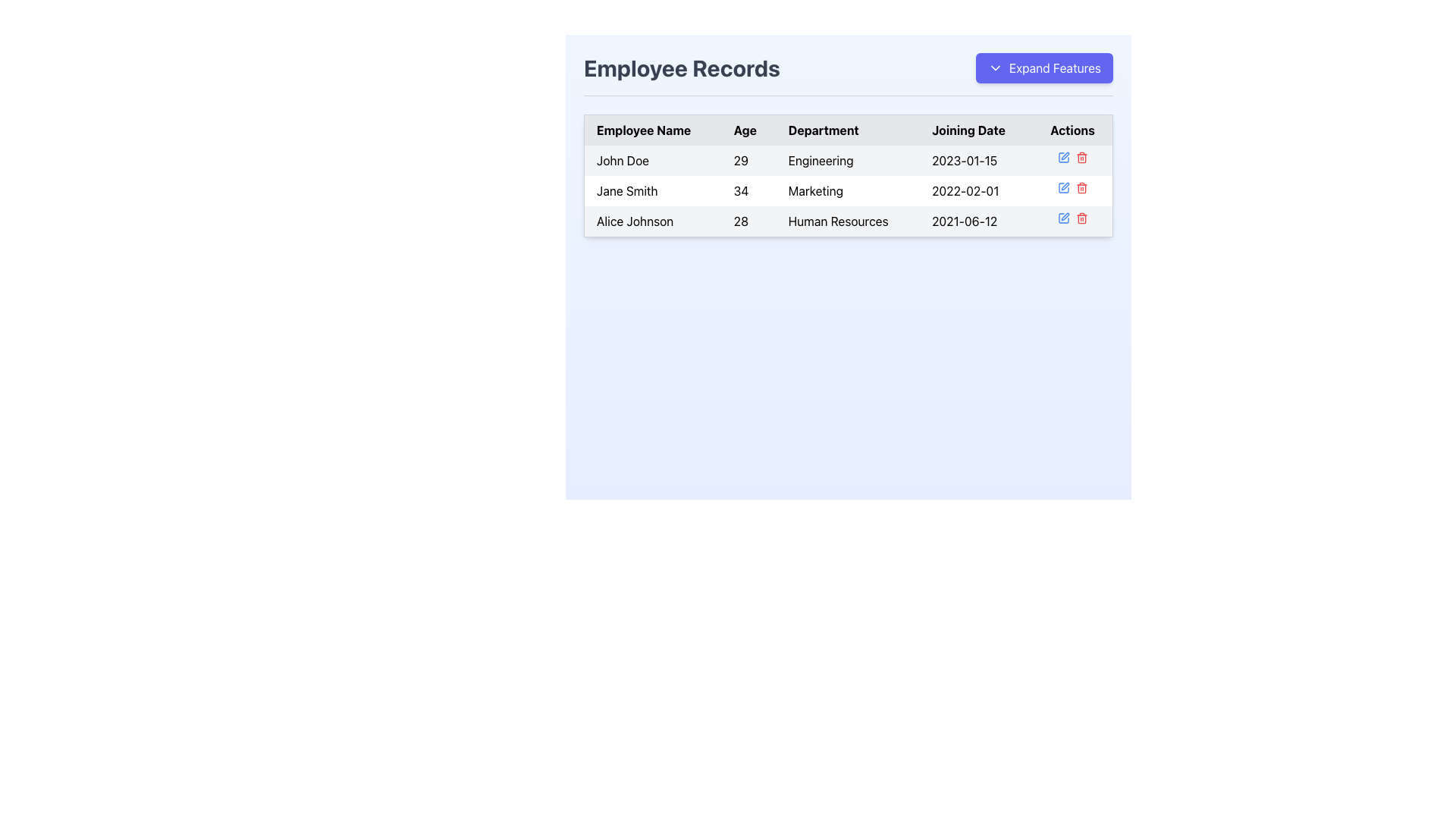 Image resolution: width=1456 pixels, height=819 pixels. Describe the element at coordinates (1081, 219) in the screenshot. I see `the delete icon located in the 'Actions' column of the third row in the visible table, which is the second icon in the 'Actions' cell following the edit icon` at that location.